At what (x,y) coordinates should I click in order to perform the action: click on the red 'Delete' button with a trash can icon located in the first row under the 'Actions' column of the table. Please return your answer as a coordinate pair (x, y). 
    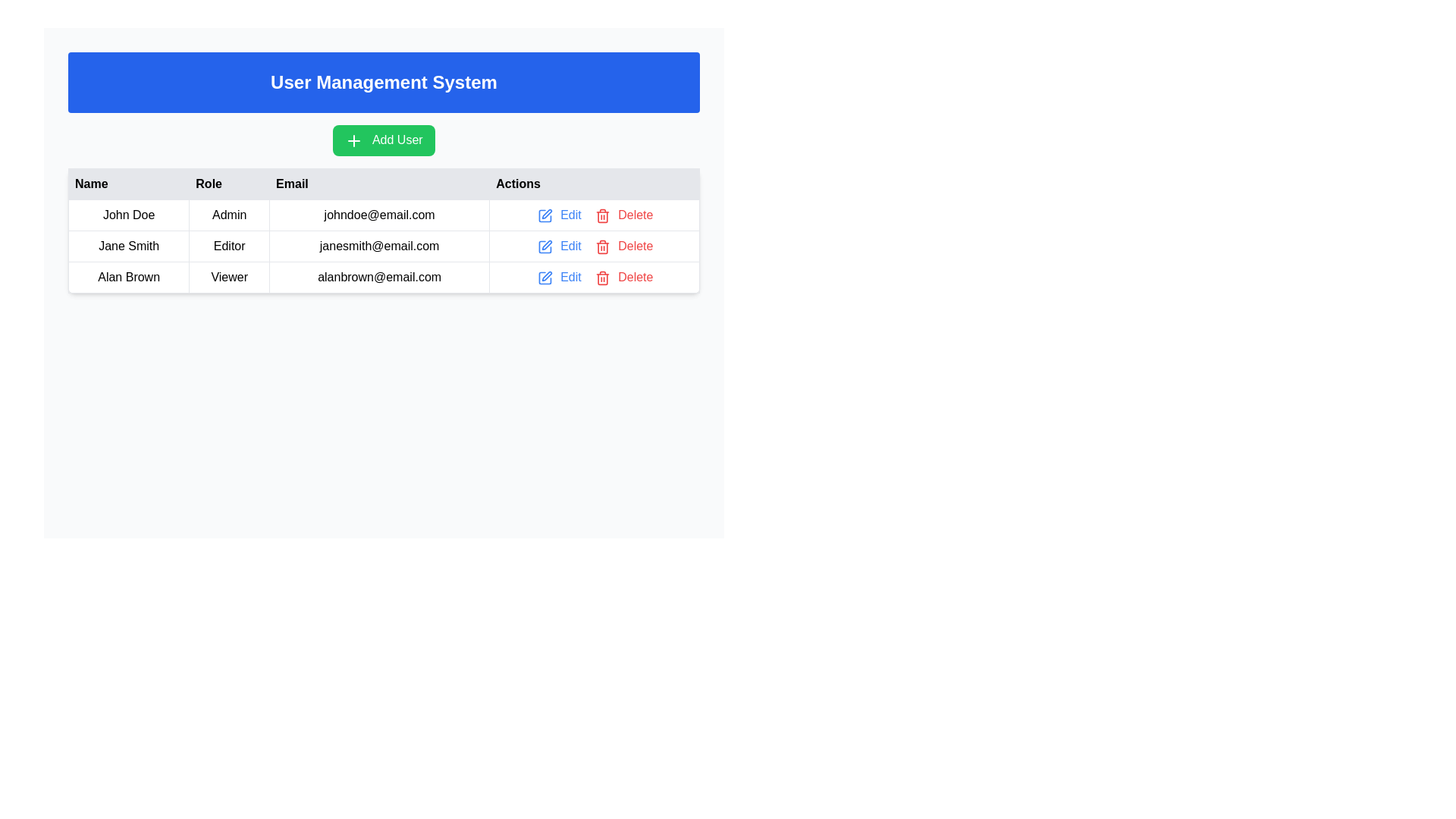
    Looking at the image, I should click on (623, 215).